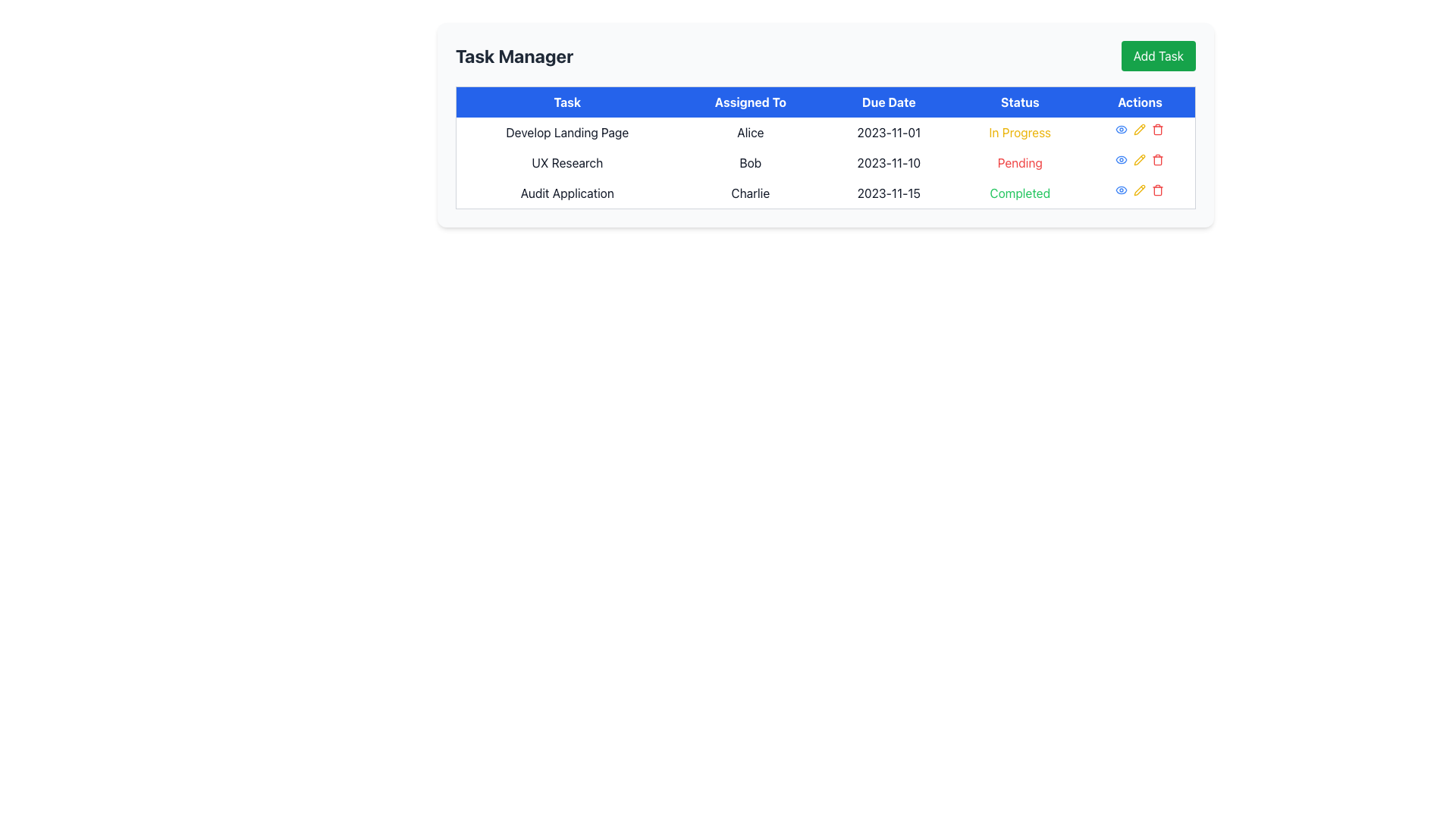 This screenshot has height=819, width=1456. Describe the element at coordinates (1157, 128) in the screenshot. I see `the delete button represented by a red trash can icon located in the last position of the Actions column in the table` at that location.